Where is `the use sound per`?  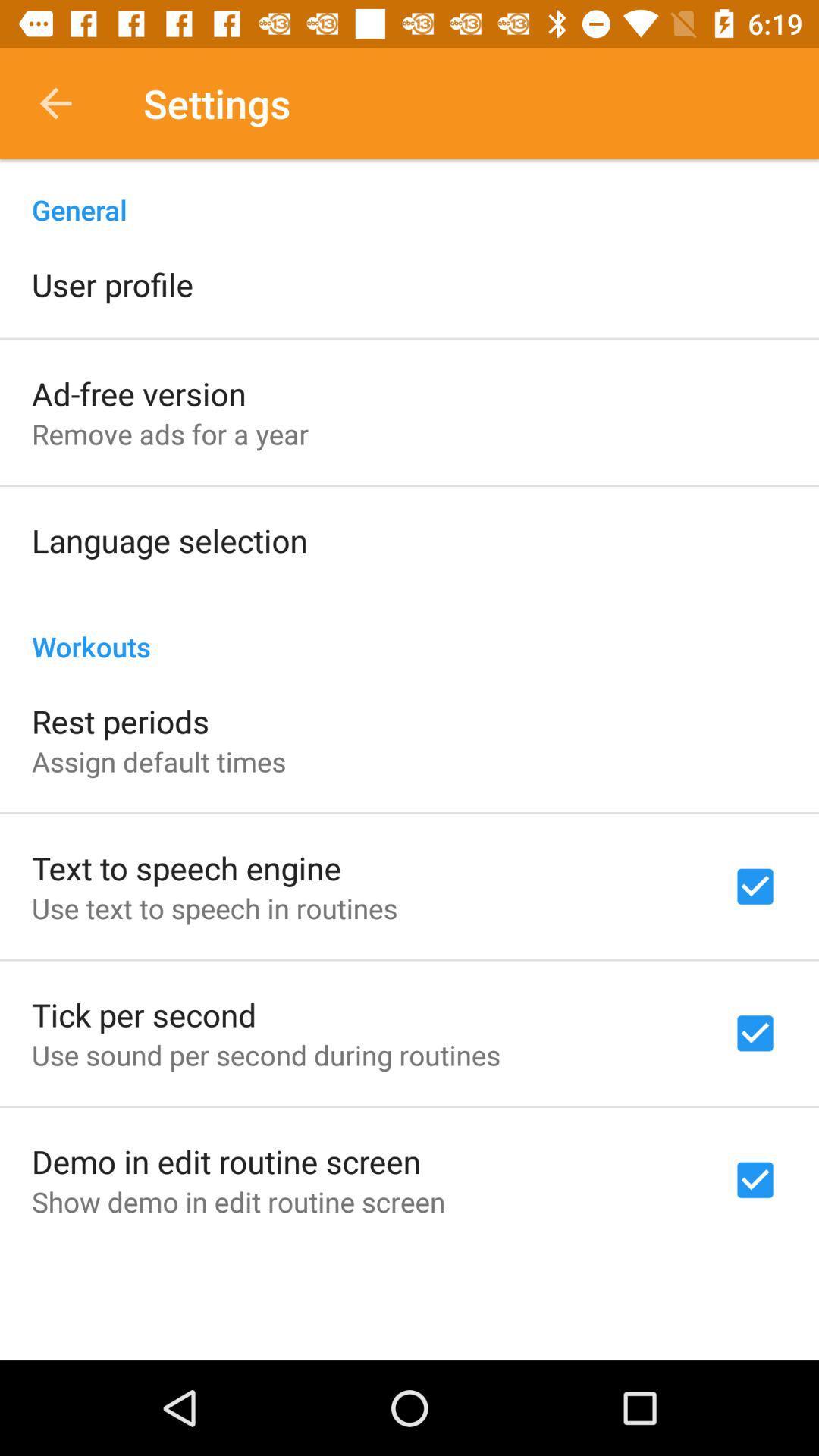
the use sound per is located at coordinates (265, 1054).